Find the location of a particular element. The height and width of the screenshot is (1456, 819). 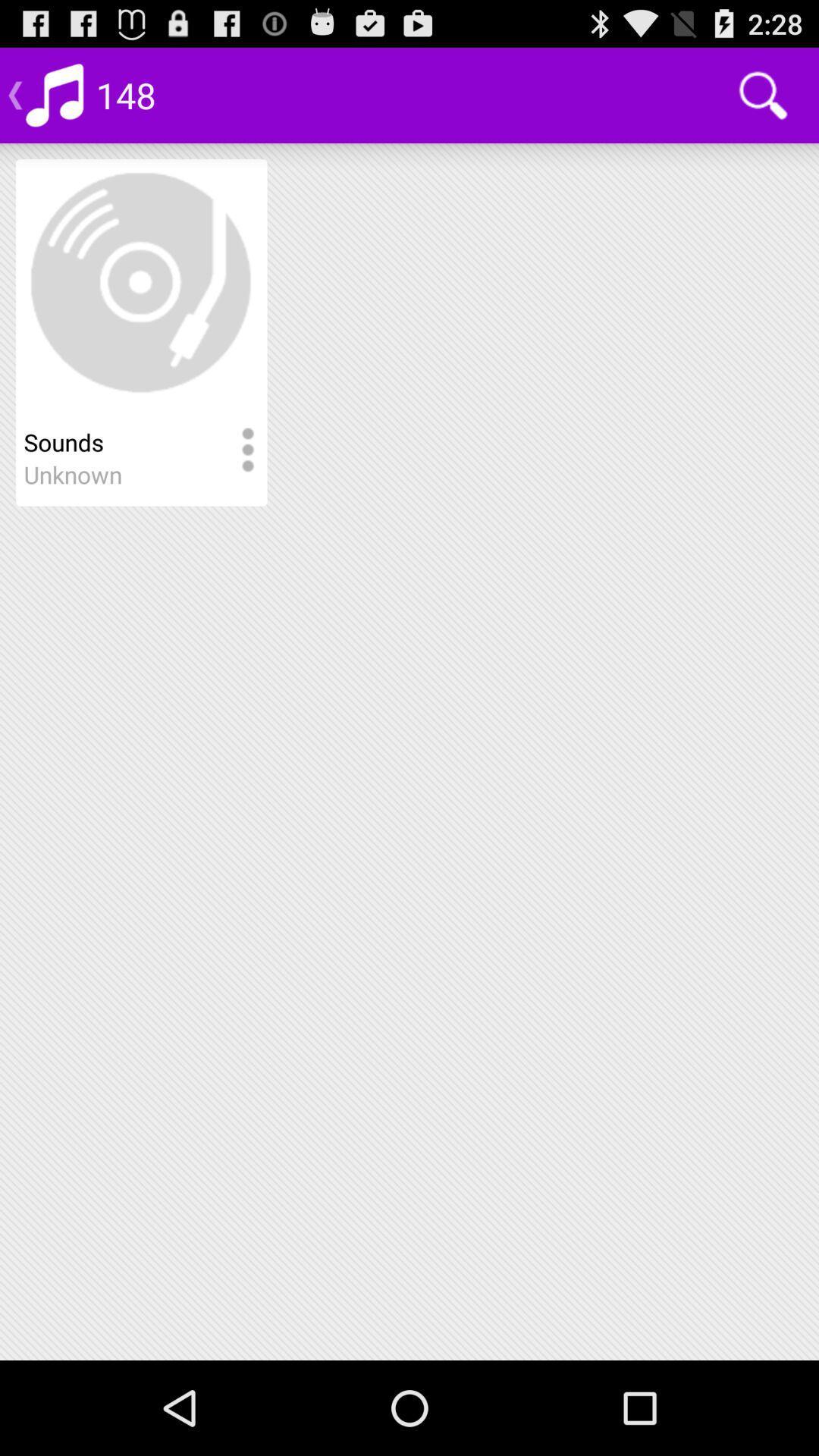

the item to the right of the sounds is located at coordinates (246, 450).